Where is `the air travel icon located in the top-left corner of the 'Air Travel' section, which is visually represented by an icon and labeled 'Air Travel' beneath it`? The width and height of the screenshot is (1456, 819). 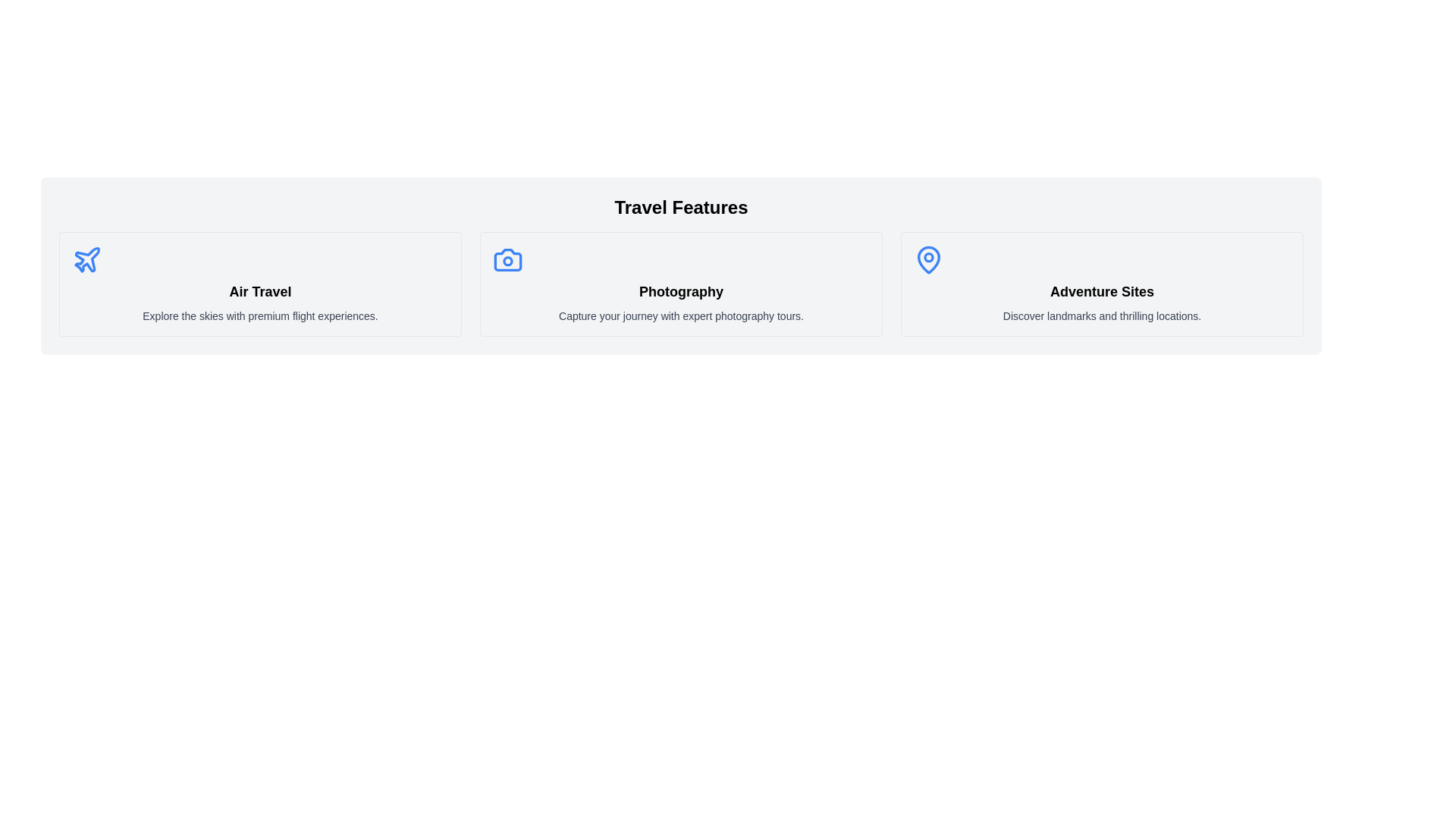 the air travel icon located in the top-left corner of the 'Air Travel' section, which is visually represented by an icon and labeled 'Air Travel' beneath it is located at coordinates (86, 259).